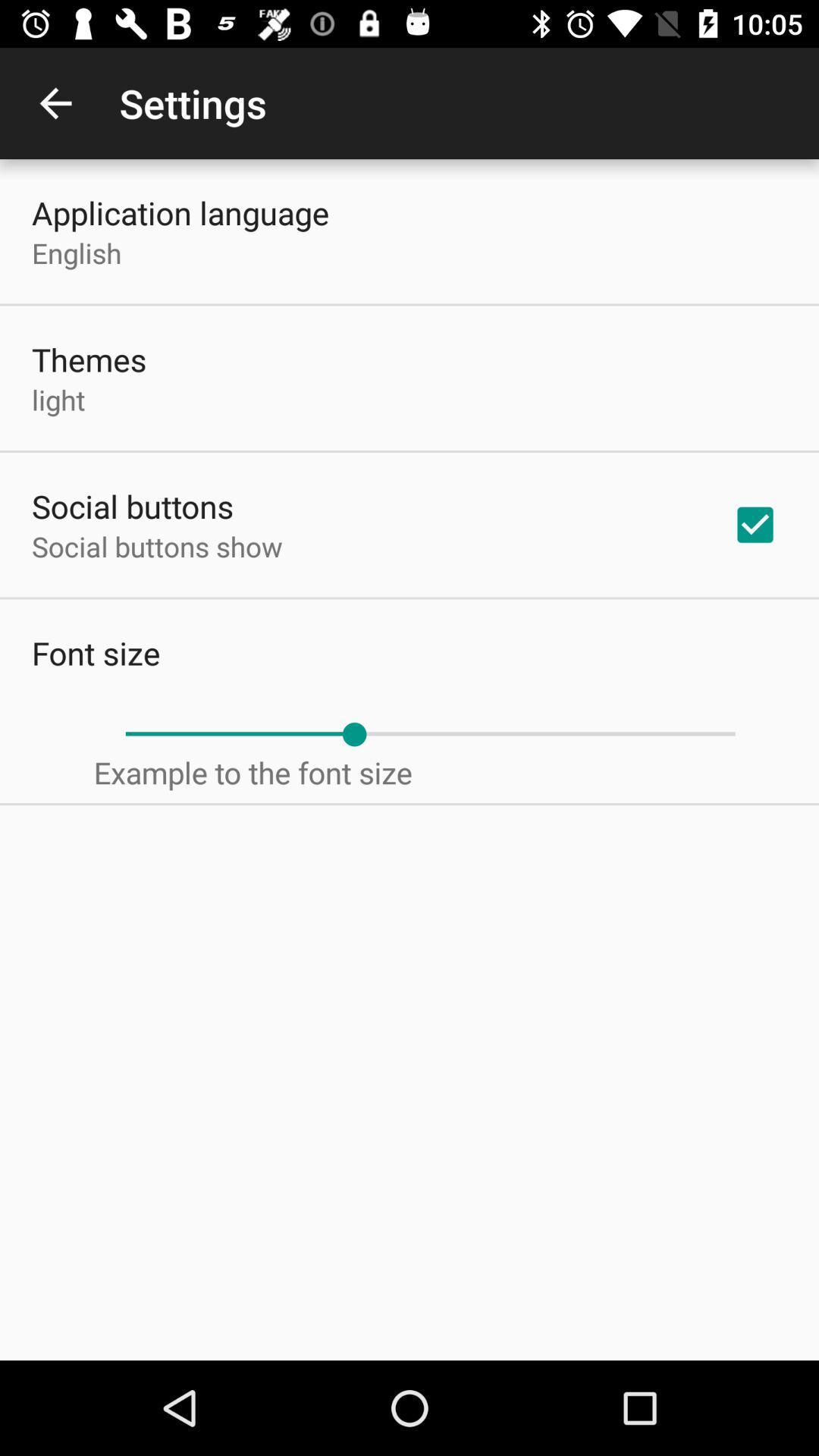 This screenshot has width=819, height=1456. What do you see at coordinates (89, 359) in the screenshot?
I see `the item above the light icon` at bounding box center [89, 359].